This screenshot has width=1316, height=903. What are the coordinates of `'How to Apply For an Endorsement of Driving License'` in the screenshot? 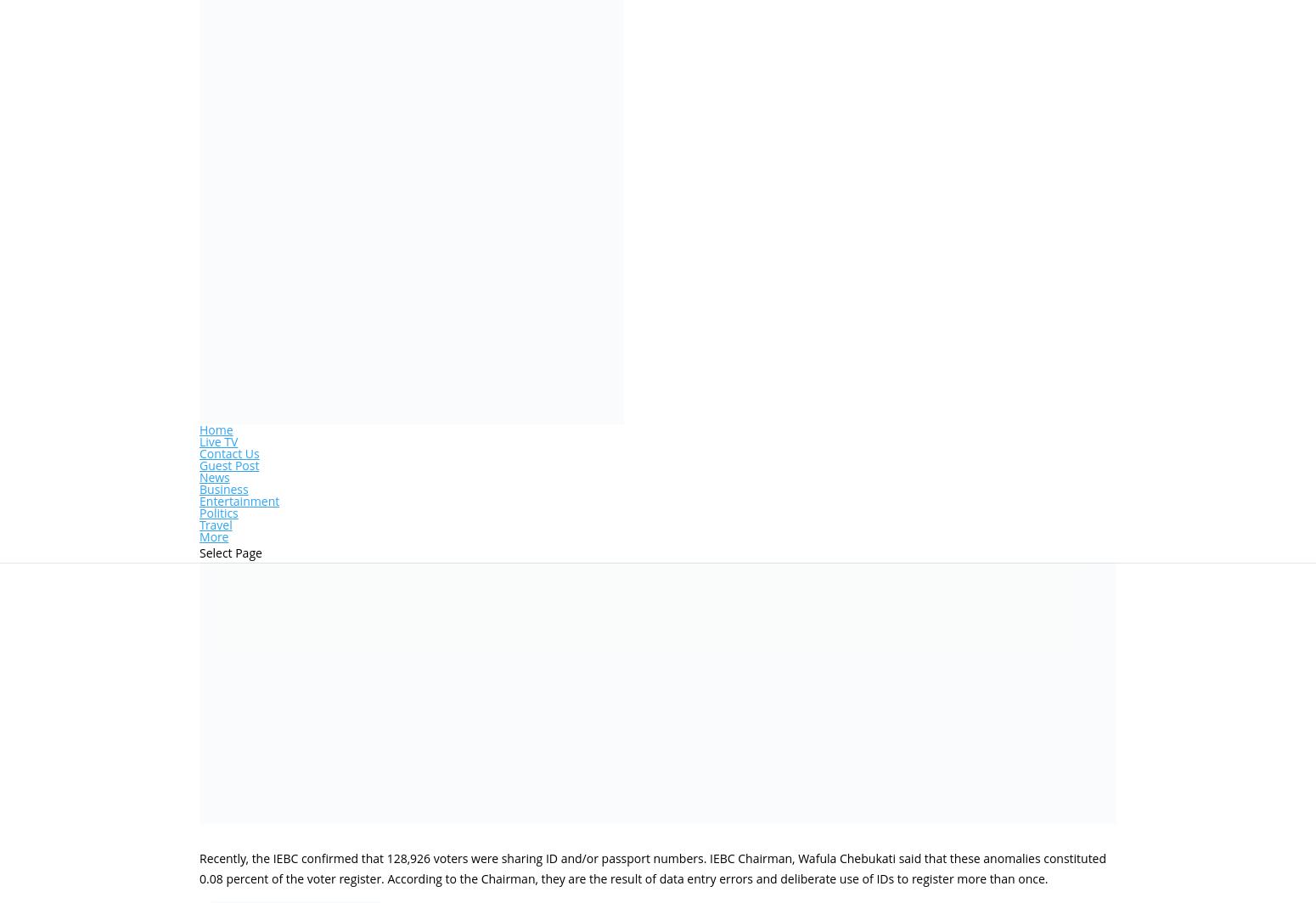 It's located at (344, 61).